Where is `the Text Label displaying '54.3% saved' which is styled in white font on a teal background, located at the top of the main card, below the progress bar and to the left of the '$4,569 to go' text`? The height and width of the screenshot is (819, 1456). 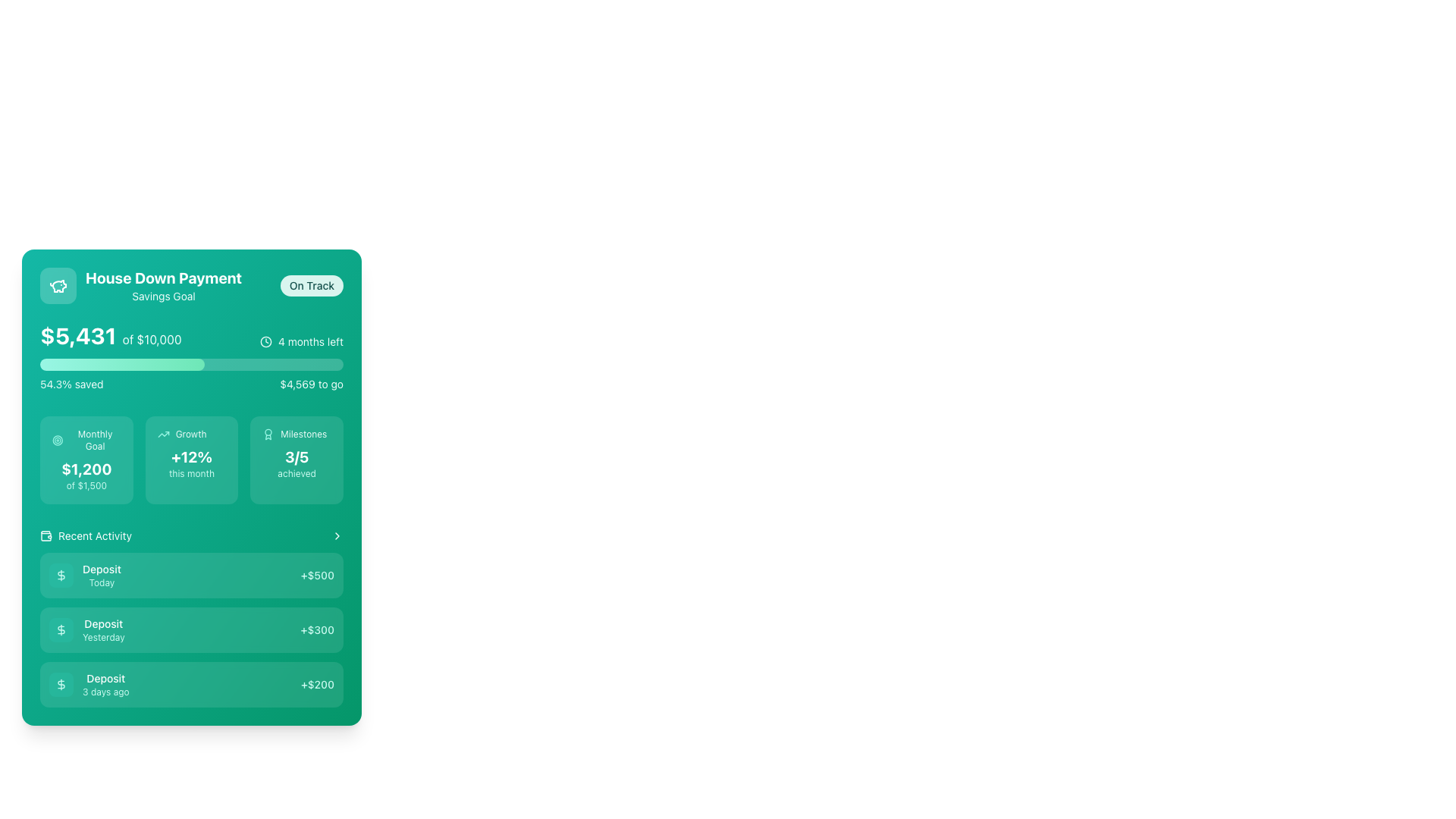 the Text Label displaying '54.3% saved' which is styled in white font on a teal background, located at the top of the main card, below the progress bar and to the left of the '$4,569 to go' text is located at coordinates (71, 383).